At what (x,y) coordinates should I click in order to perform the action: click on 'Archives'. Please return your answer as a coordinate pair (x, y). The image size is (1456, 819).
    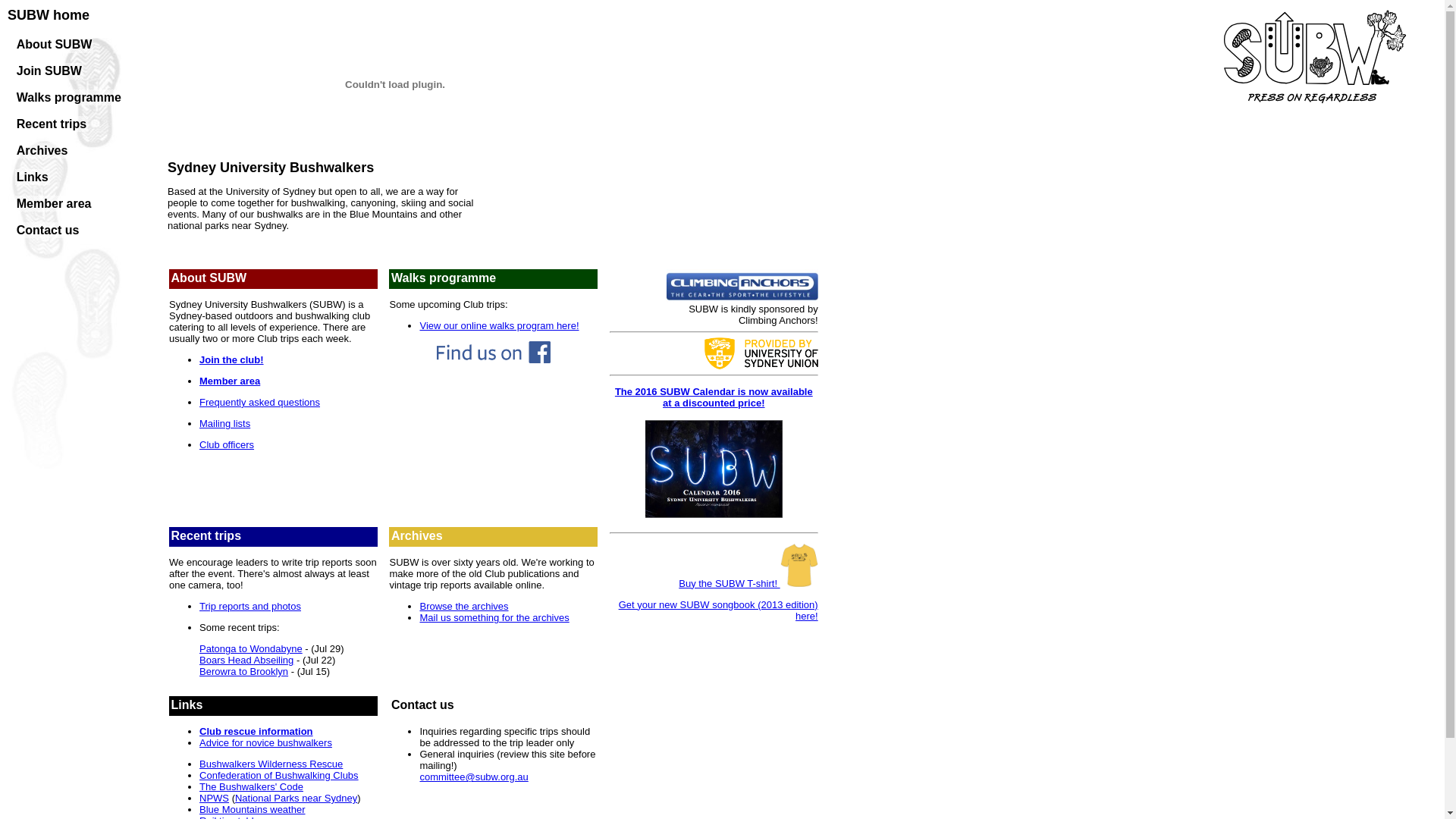
    Looking at the image, I should click on (14, 150).